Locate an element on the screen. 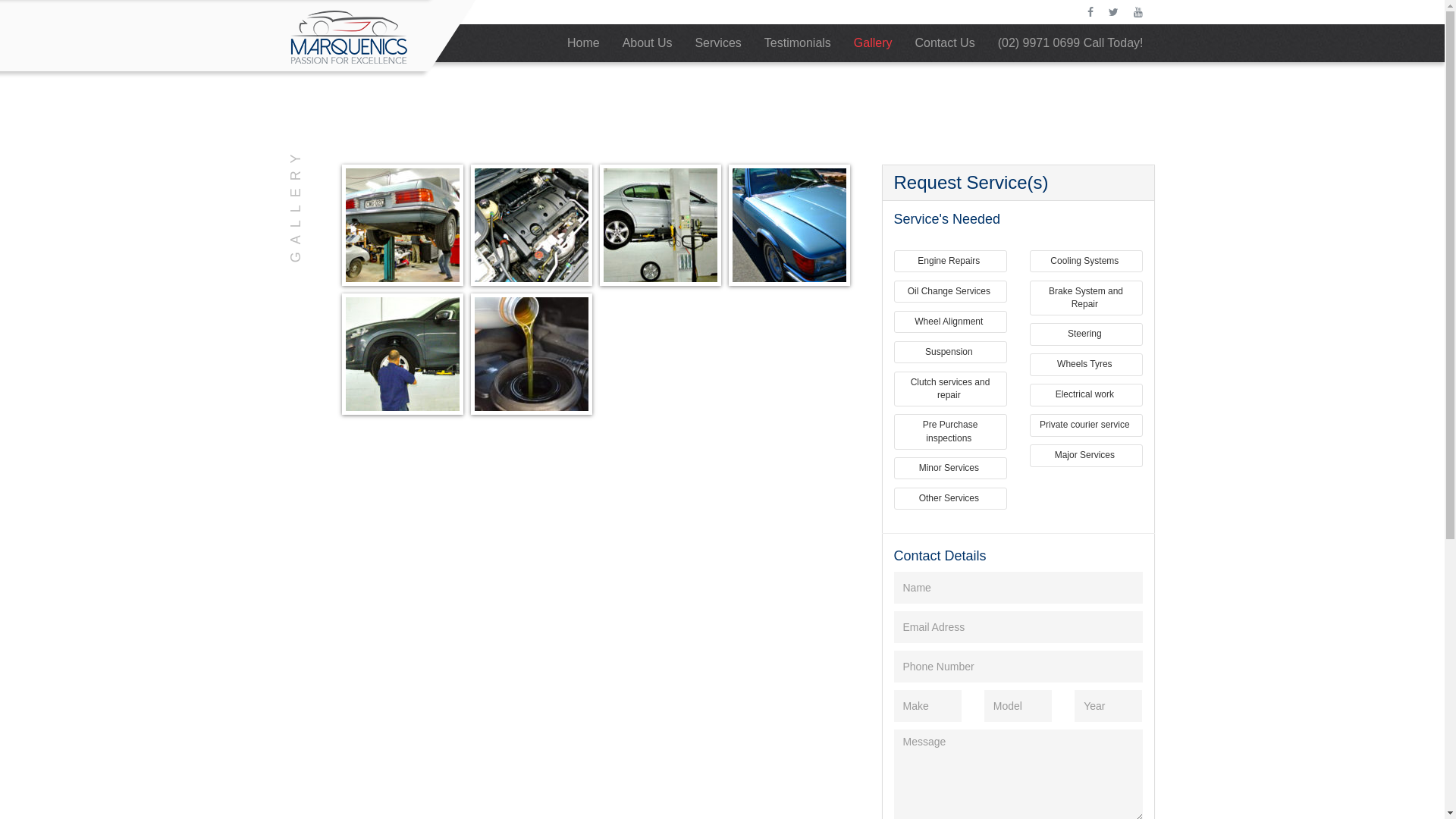  'Contact Us' is located at coordinates (944, 42).